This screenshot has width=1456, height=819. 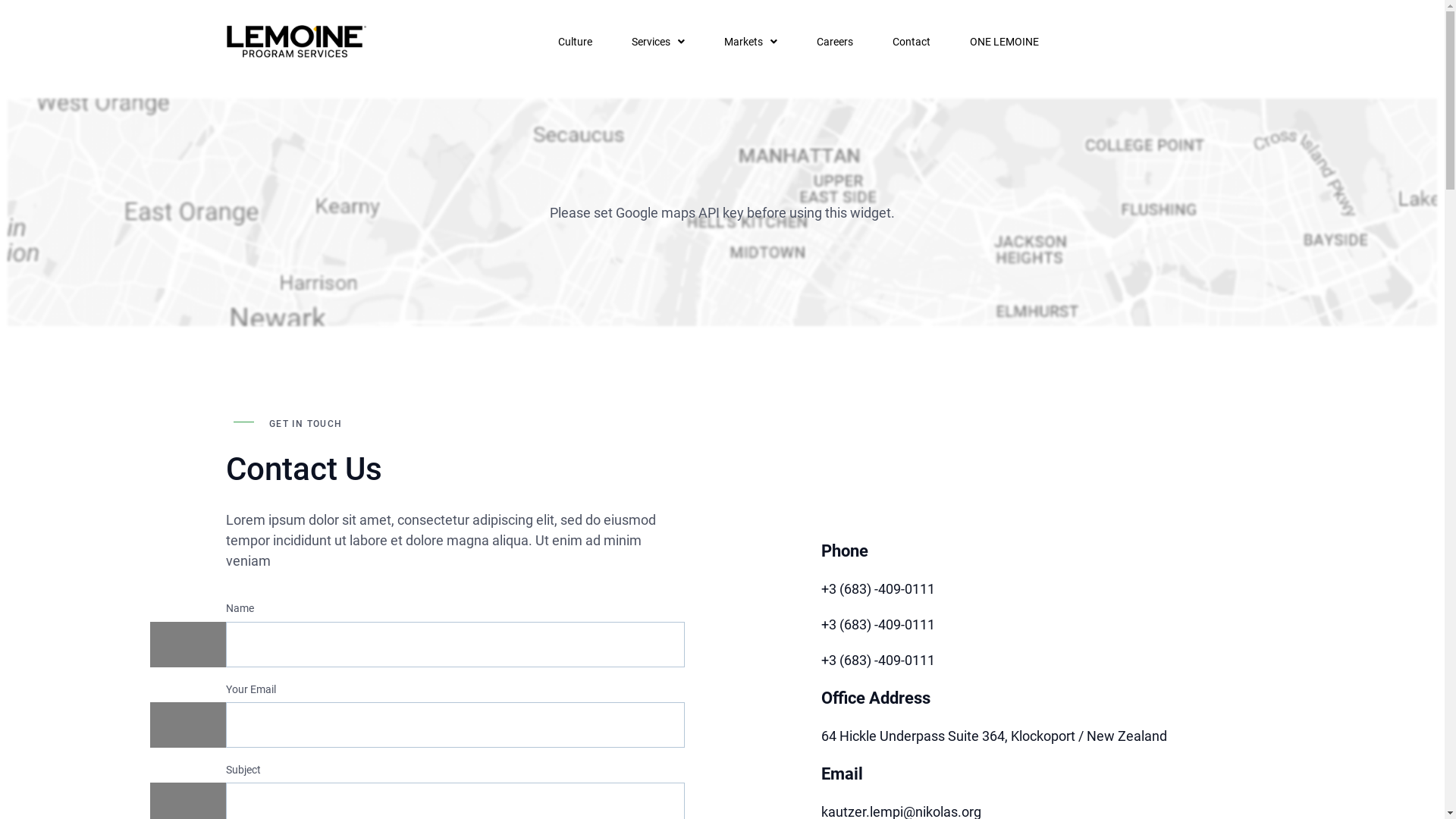 I want to click on 'Contact', so click(x=910, y=40).